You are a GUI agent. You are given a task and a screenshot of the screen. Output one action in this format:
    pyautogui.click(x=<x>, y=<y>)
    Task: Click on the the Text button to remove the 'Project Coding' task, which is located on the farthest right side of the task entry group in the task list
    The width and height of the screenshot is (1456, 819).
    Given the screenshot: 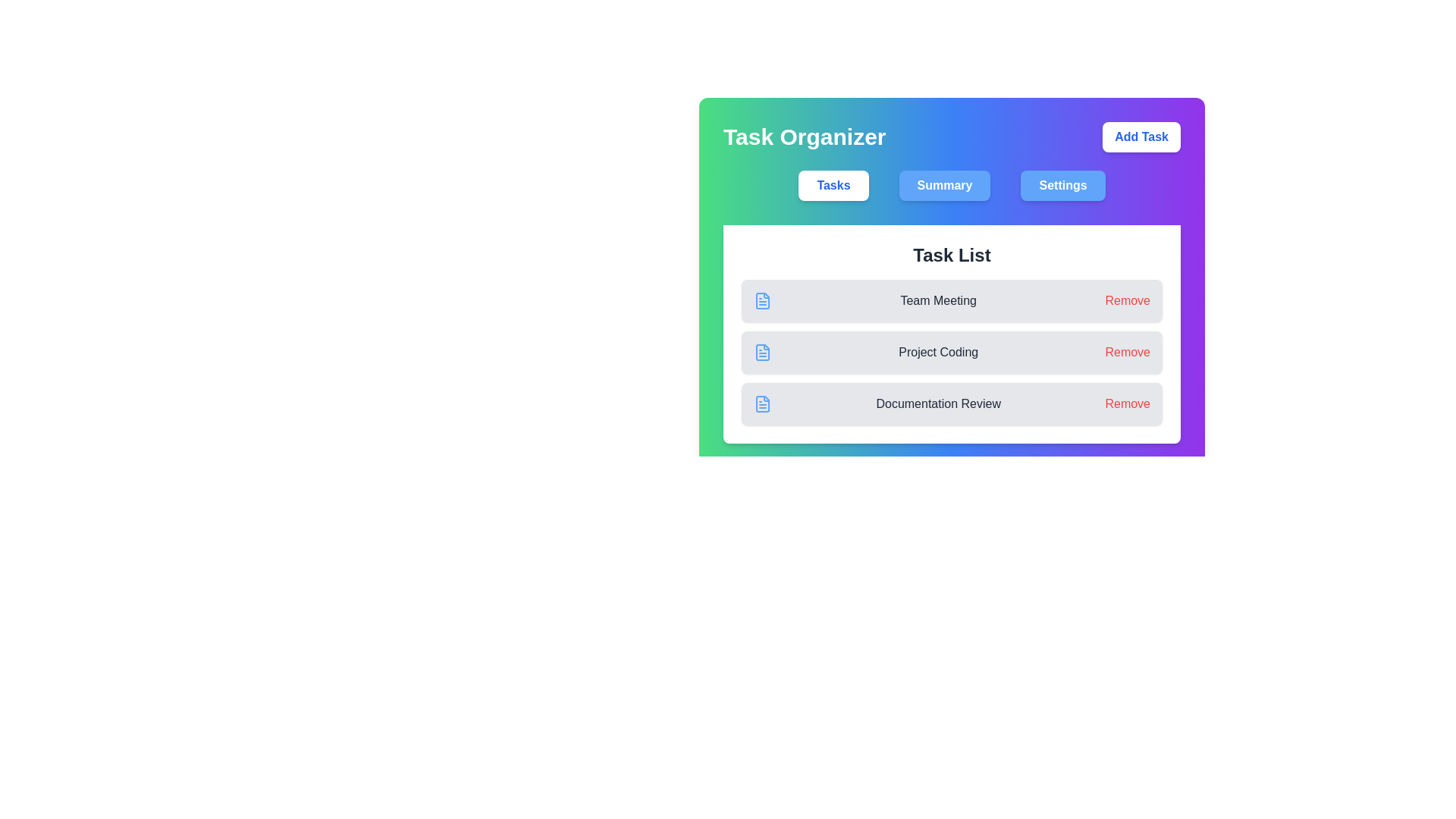 What is the action you would take?
    pyautogui.click(x=1128, y=353)
    